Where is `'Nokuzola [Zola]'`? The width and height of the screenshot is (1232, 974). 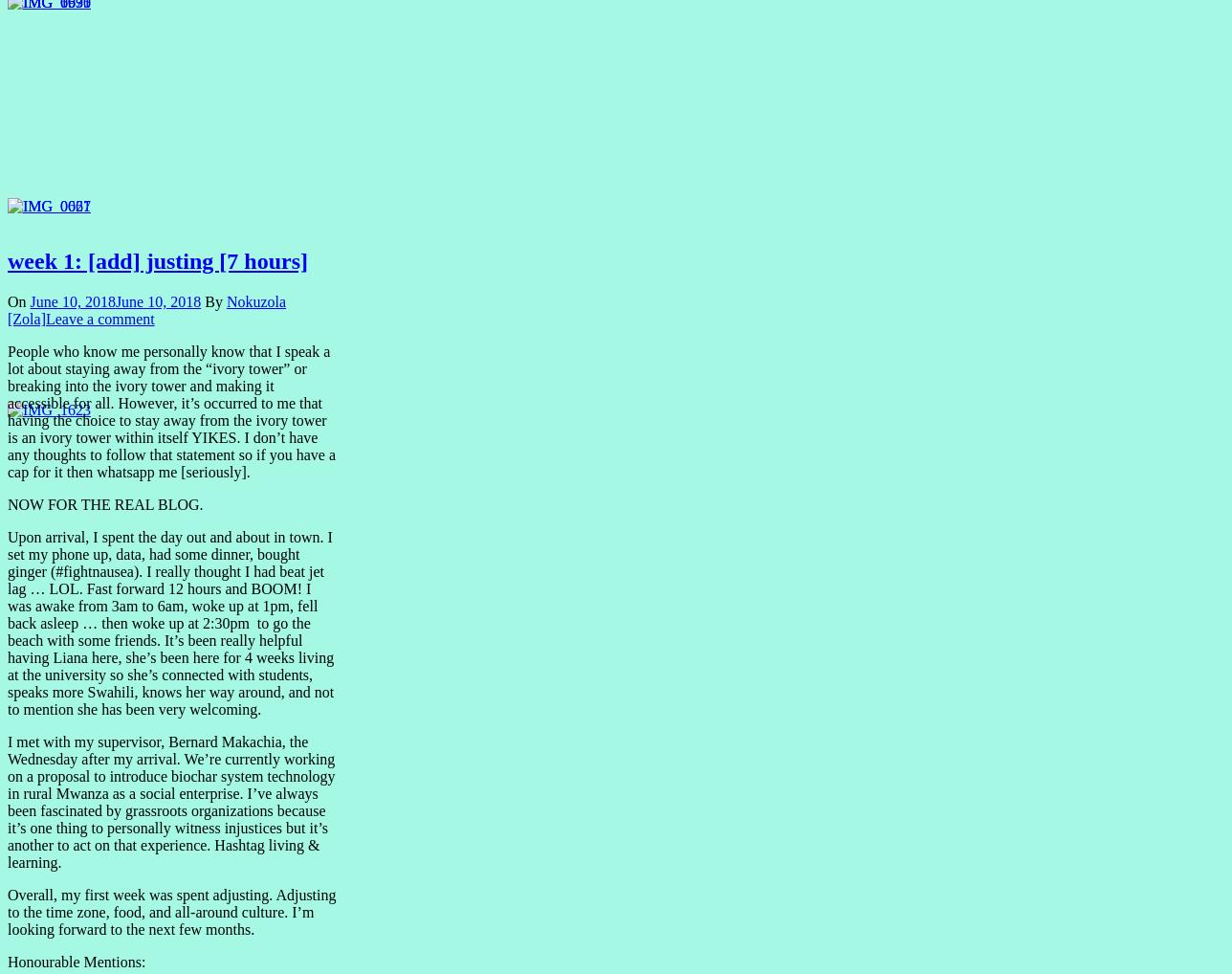 'Nokuzola [Zola]' is located at coordinates (7, 309).